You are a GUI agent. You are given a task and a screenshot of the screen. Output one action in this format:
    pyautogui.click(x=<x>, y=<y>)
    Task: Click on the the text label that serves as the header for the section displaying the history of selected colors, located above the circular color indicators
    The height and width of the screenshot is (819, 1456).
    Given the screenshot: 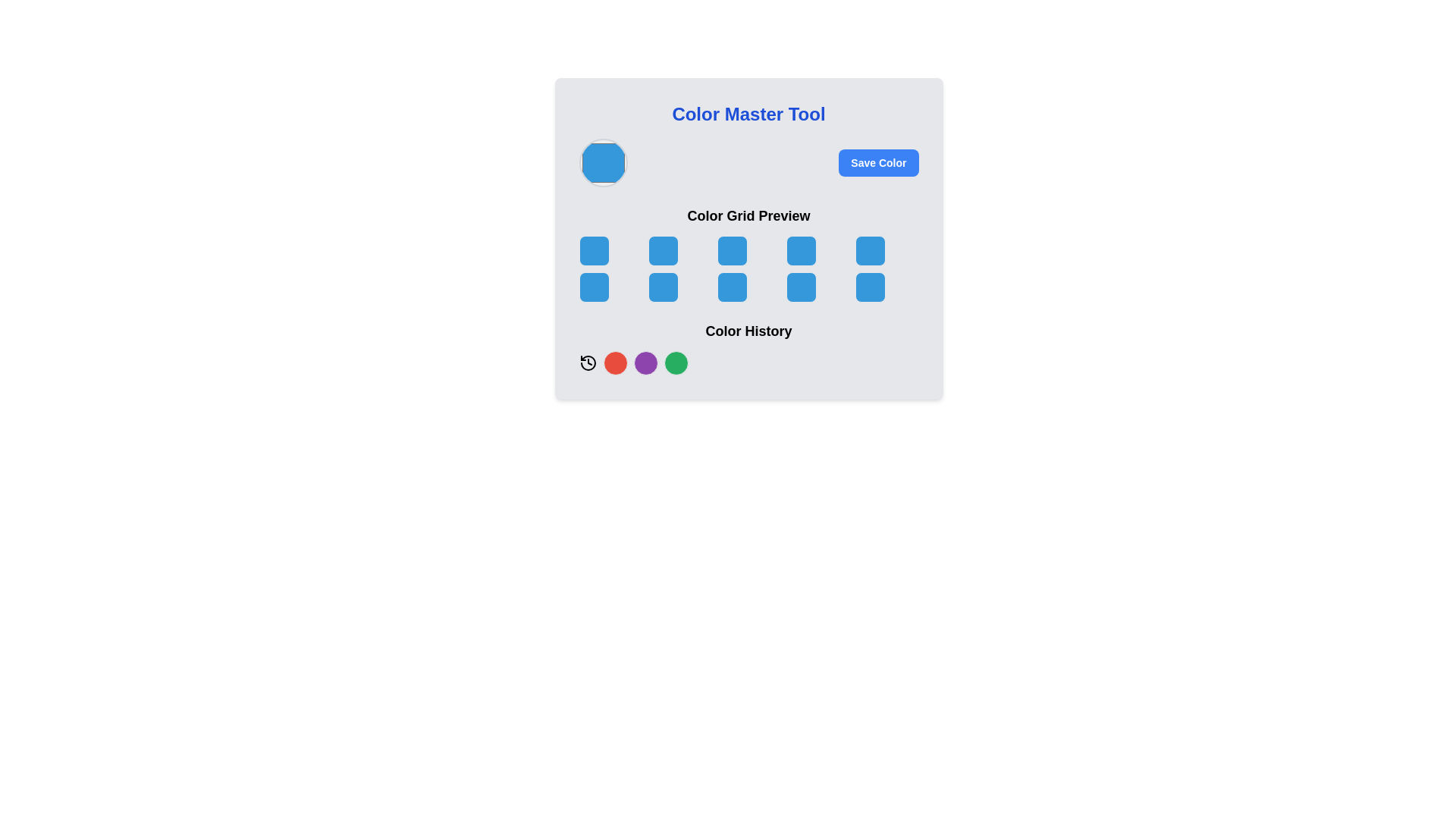 What is the action you would take?
    pyautogui.click(x=748, y=330)
    